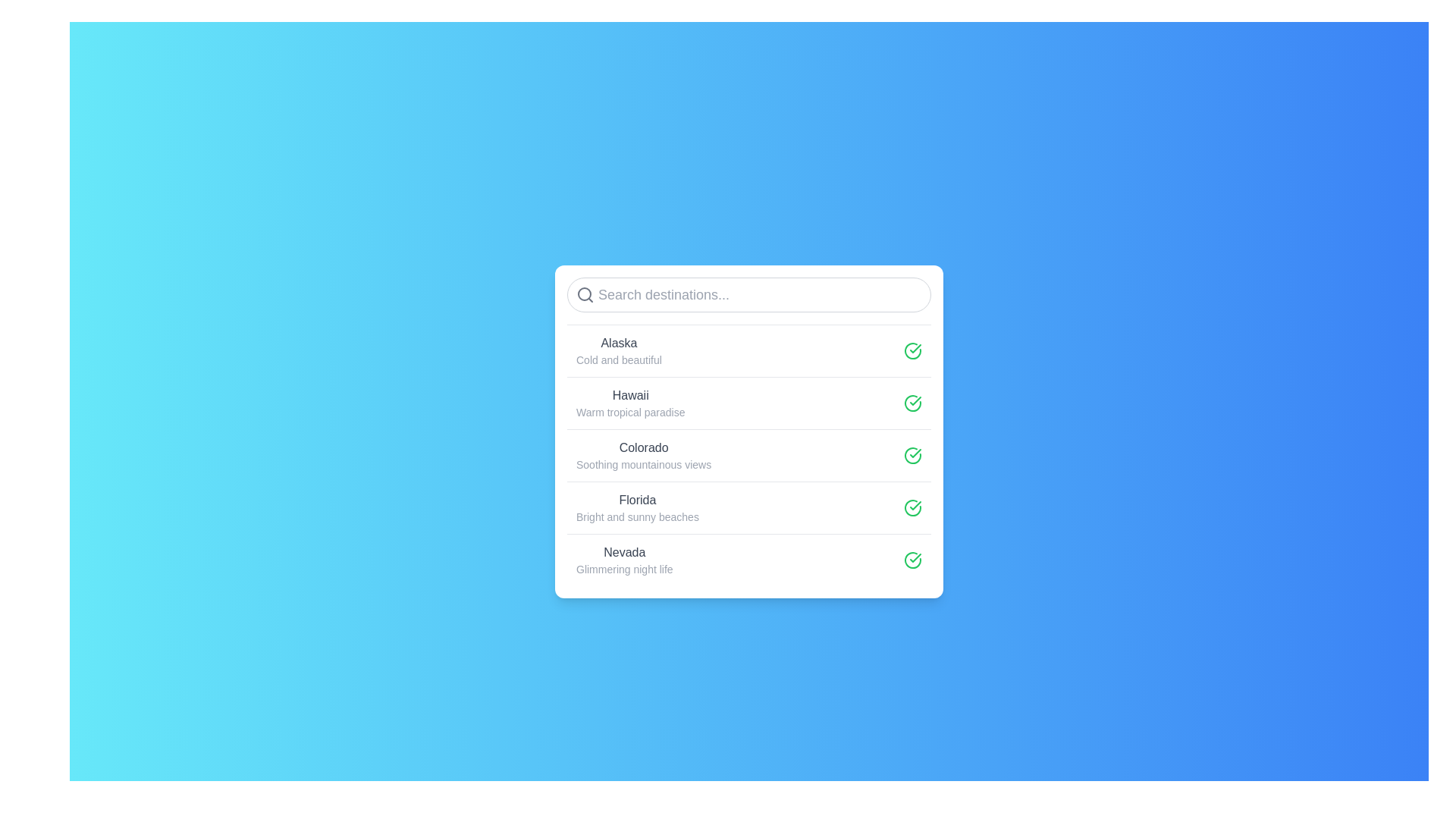  Describe the element at coordinates (644, 463) in the screenshot. I see `the text element displaying 'Soothing mountainous views', which is positioned beneath the 'Colorado' text and aligned to the left in the vertical list` at that location.